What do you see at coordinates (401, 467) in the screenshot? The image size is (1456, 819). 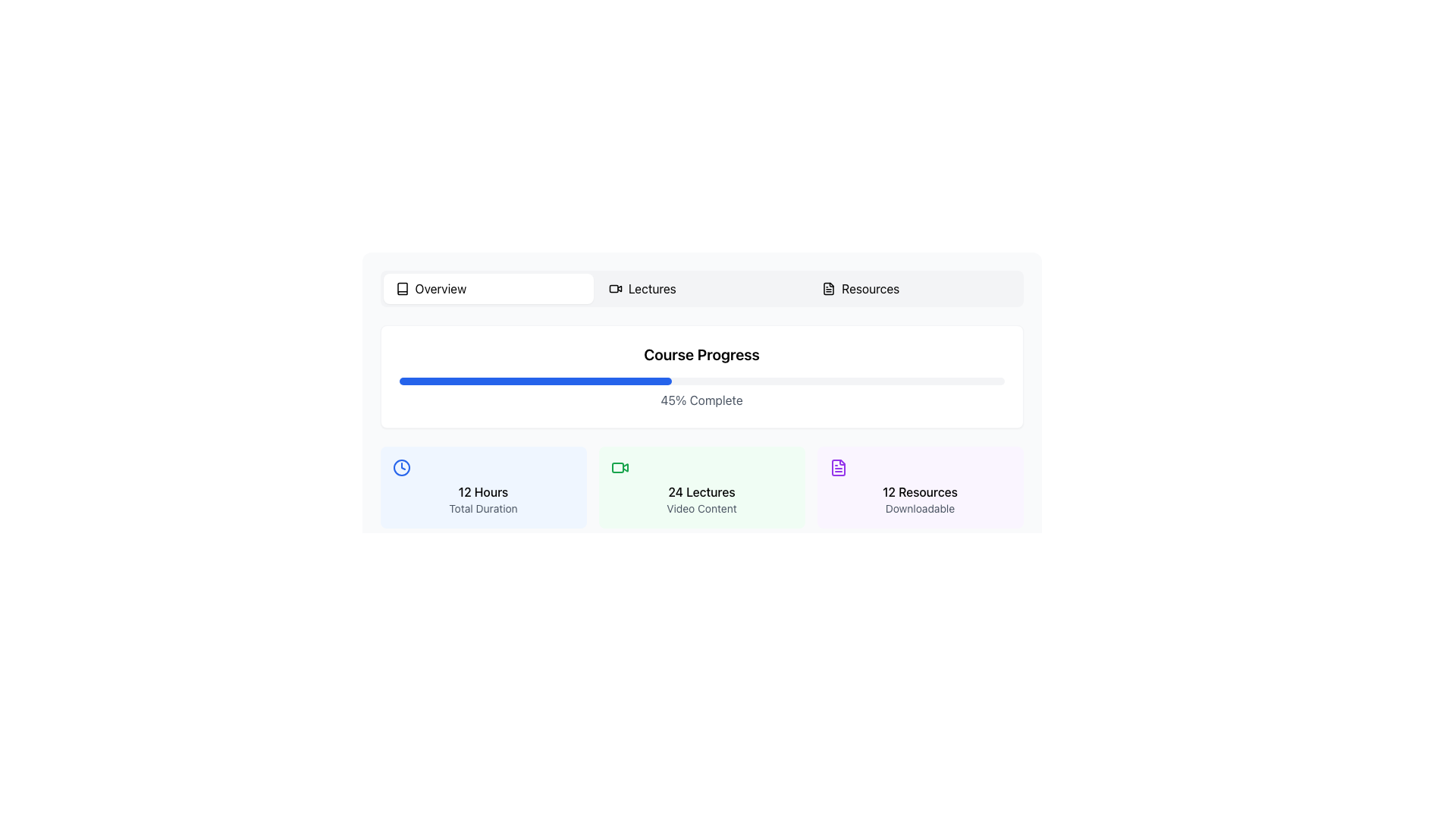 I see `the clock-shaped icon with a blue outline located in the top-left section of the card displaying '12 Hours' and 'Total Duration'` at bounding box center [401, 467].